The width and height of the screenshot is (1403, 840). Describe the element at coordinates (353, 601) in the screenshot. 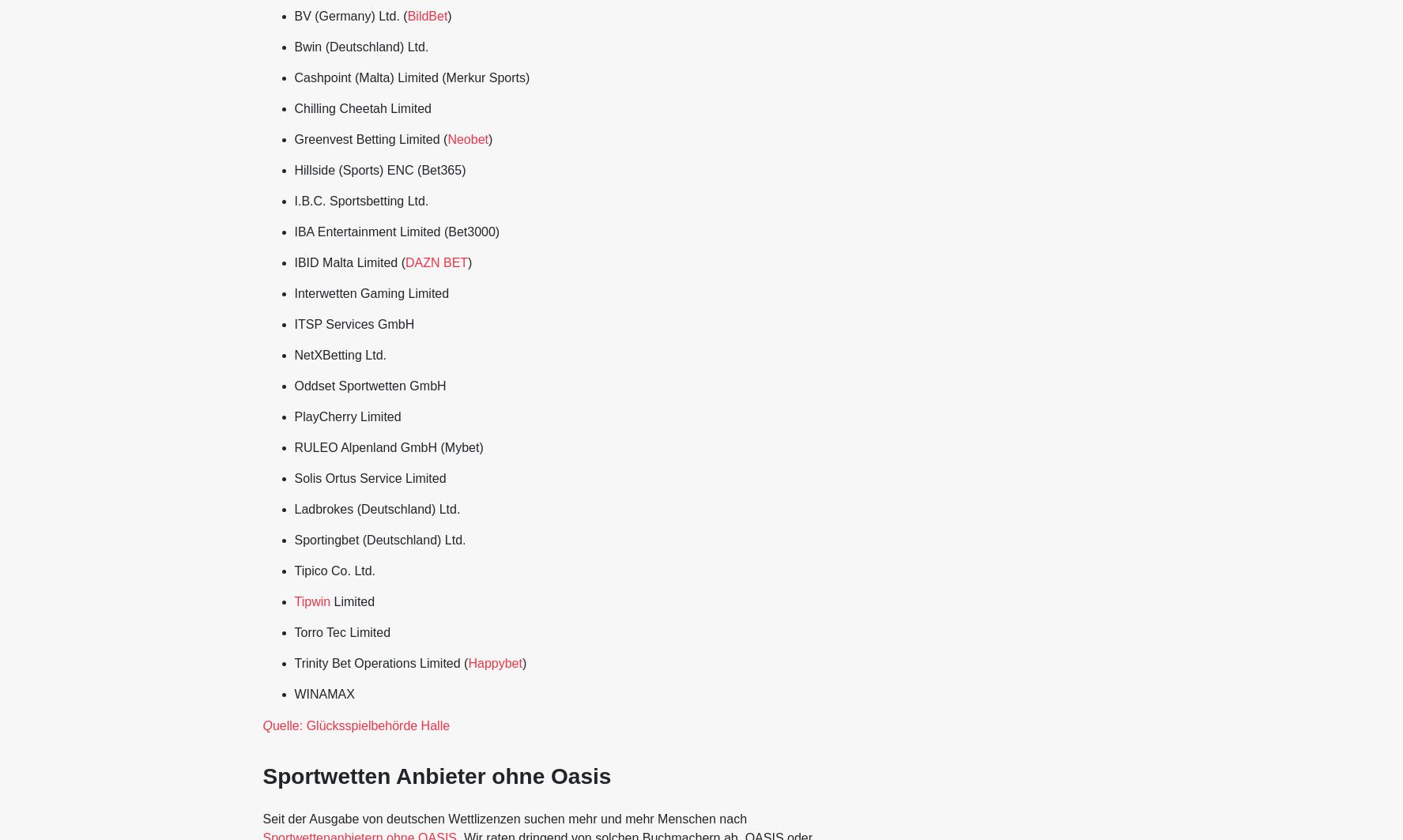

I see `'Limited'` at that location.